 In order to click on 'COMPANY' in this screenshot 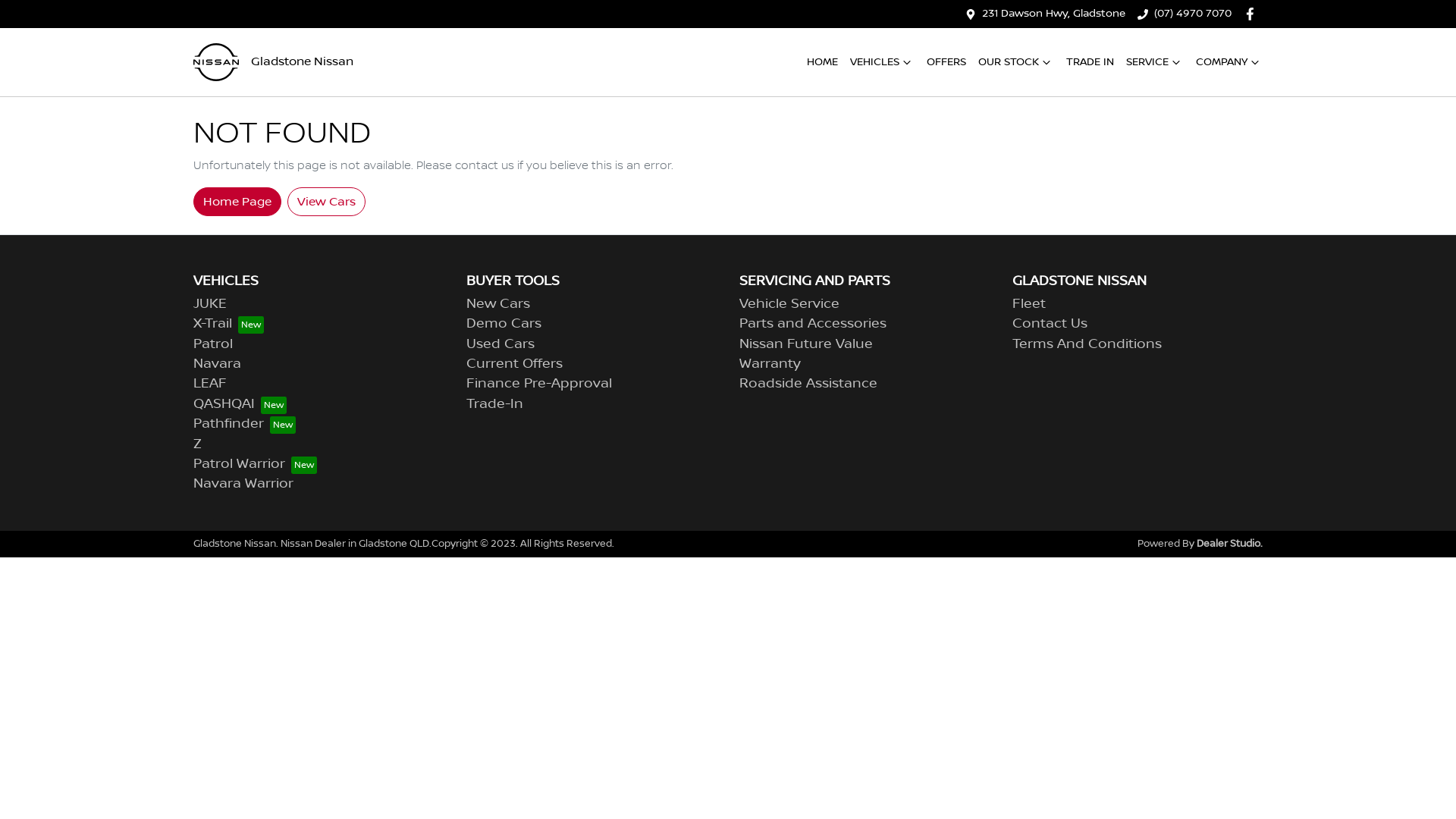, I will do `click(1229, 61)`.